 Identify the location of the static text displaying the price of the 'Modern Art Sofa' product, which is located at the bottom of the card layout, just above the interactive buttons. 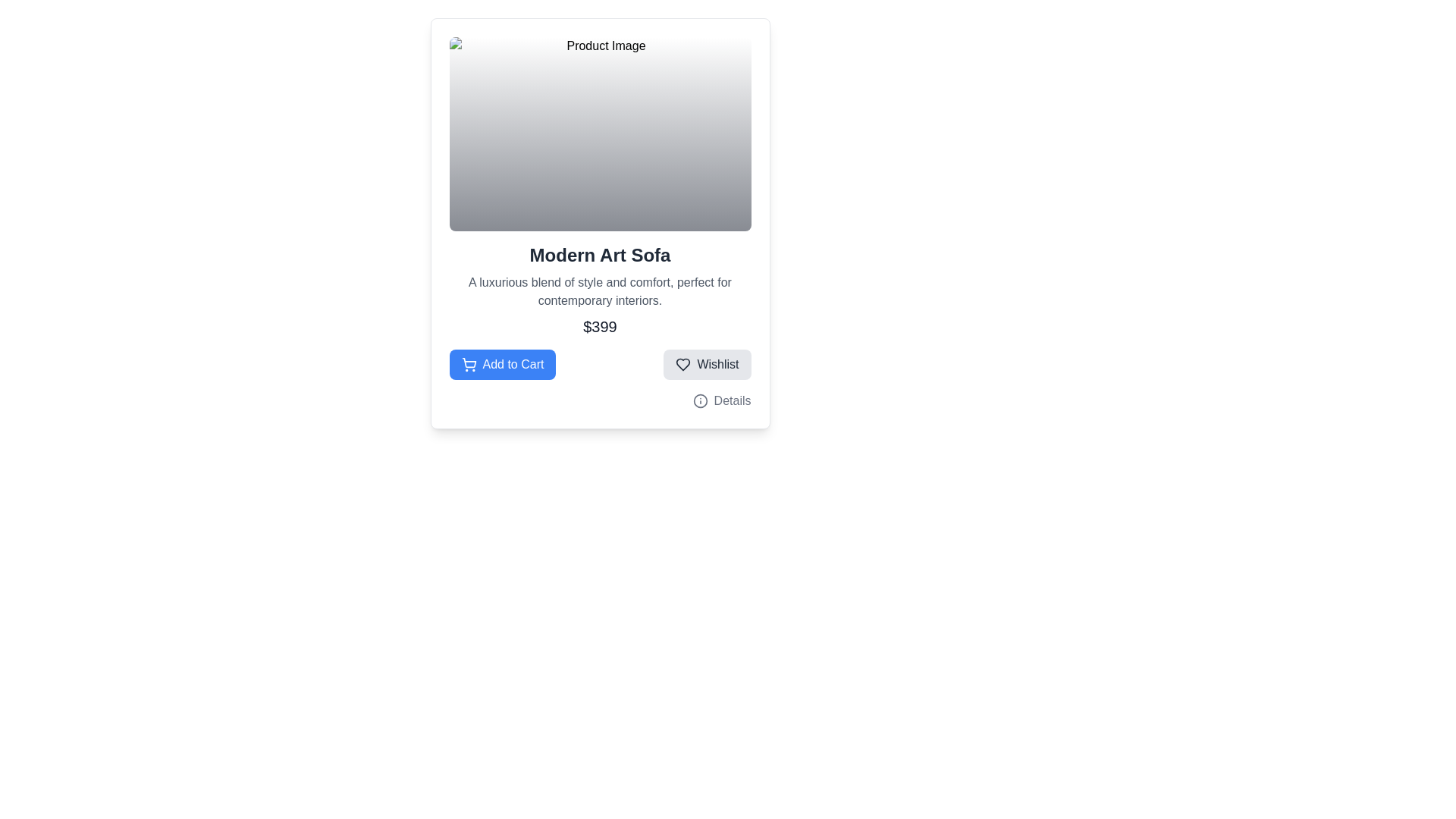
(599, 326).